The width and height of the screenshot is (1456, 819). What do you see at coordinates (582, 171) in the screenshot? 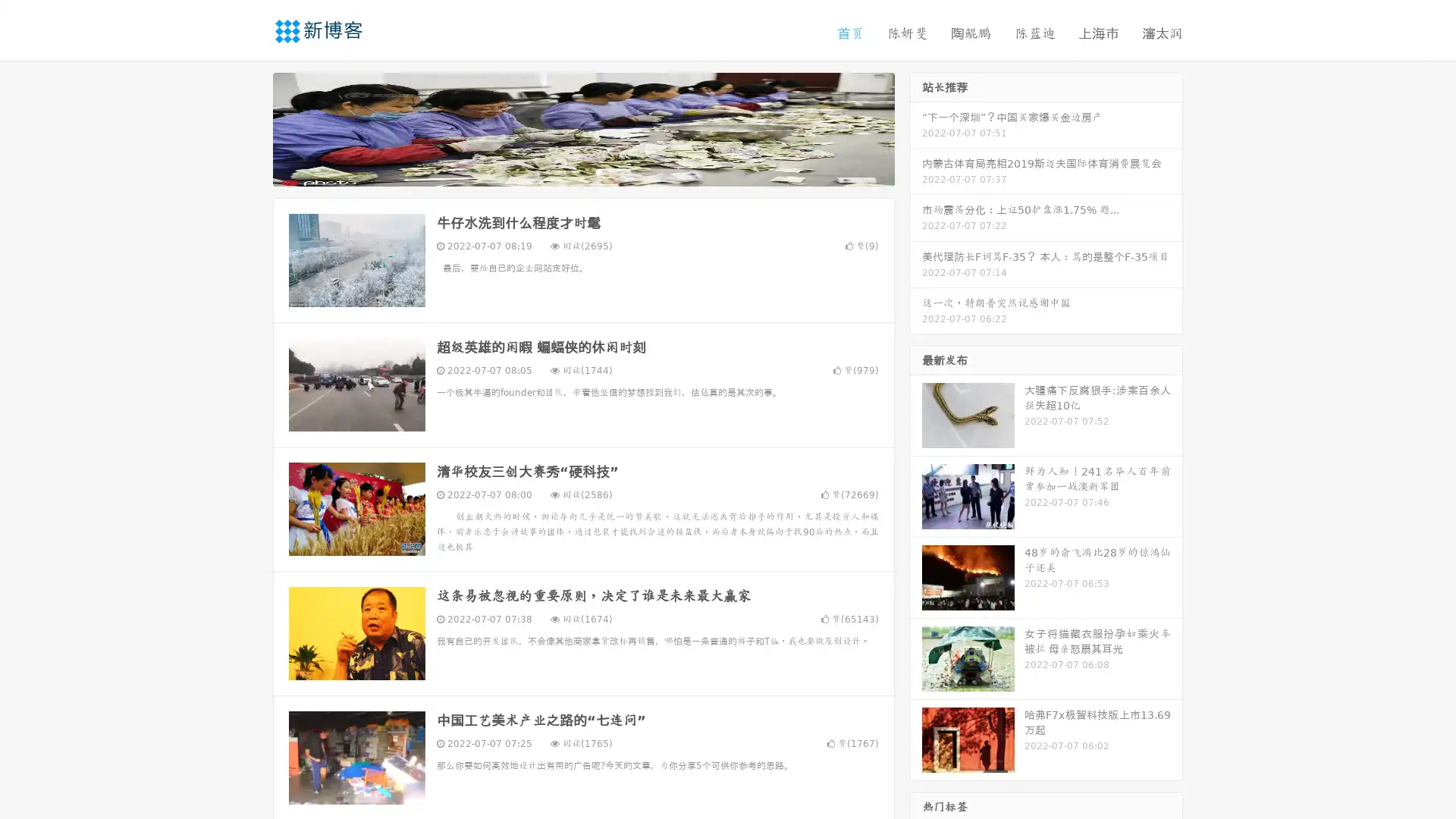
I see `Go to slide 2` at bounding box center [582, 171].